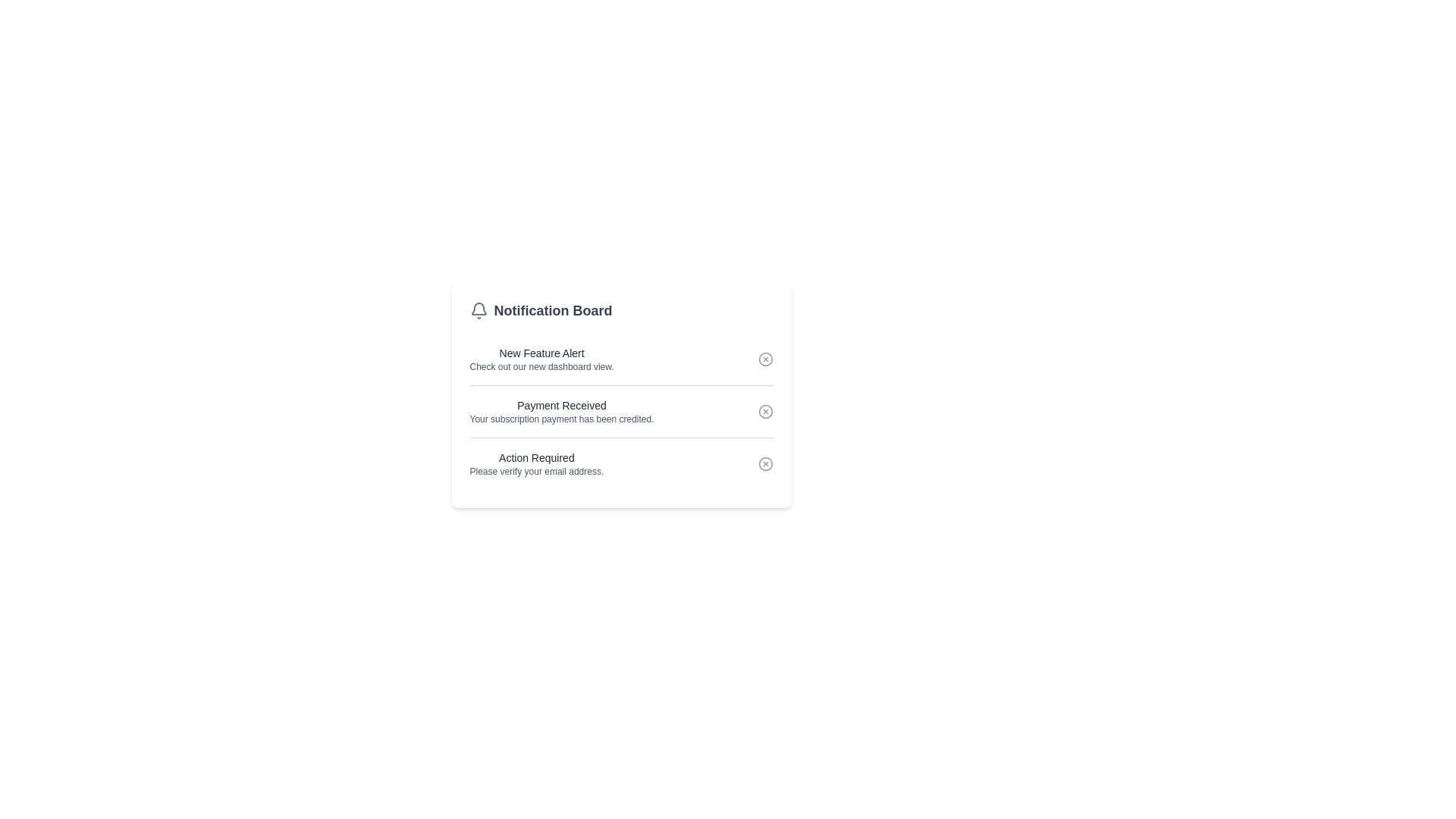 The height and width of the screenshot is (819, 1456). What do you see at coordinates (765, 463) in the screenshot?
I see `the circle located at the lower-right of the notification card` at bounding box center [765, 463].